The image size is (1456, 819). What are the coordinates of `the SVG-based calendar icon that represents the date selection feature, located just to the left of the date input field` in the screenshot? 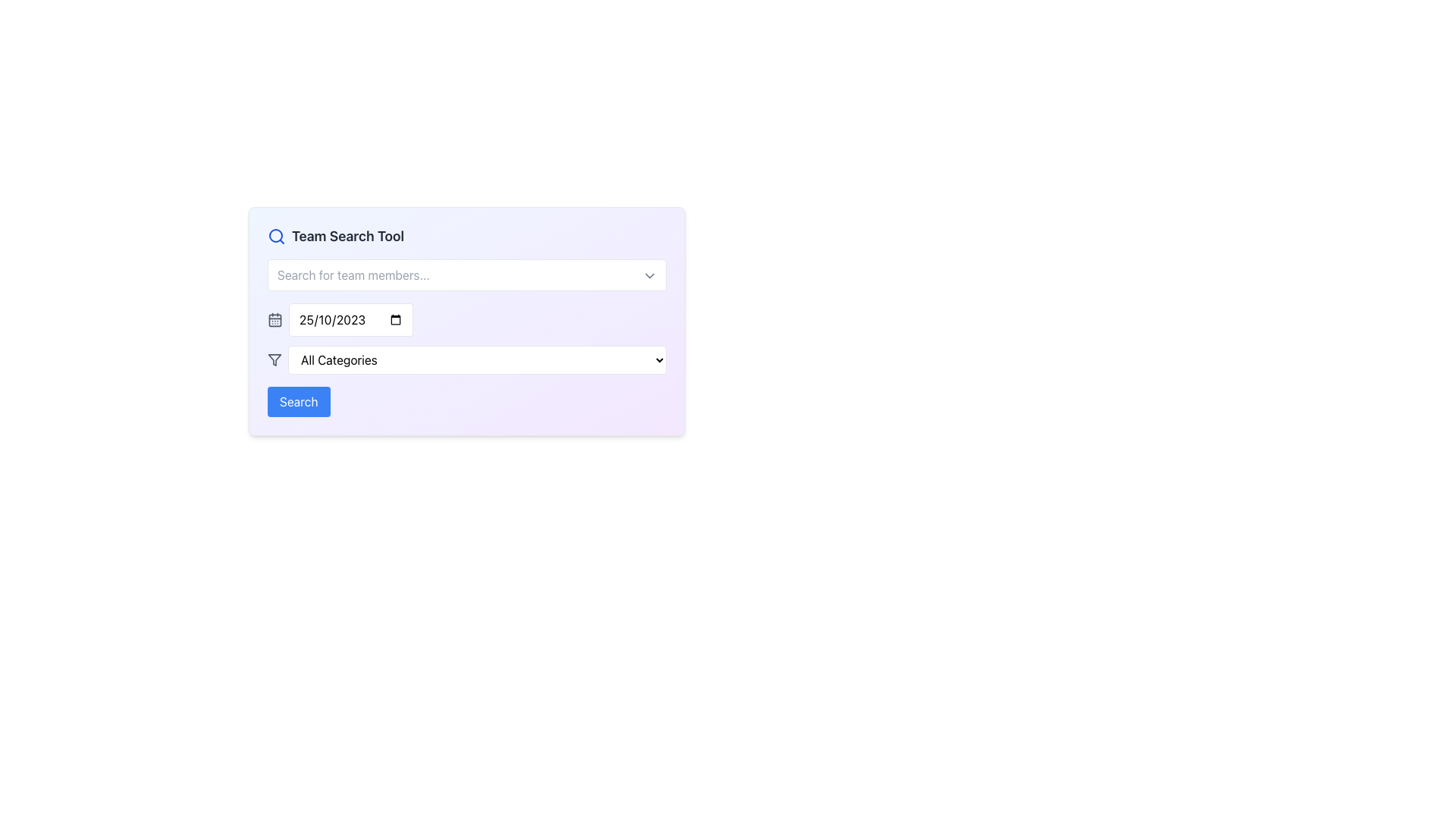 It's located at (275, 318).